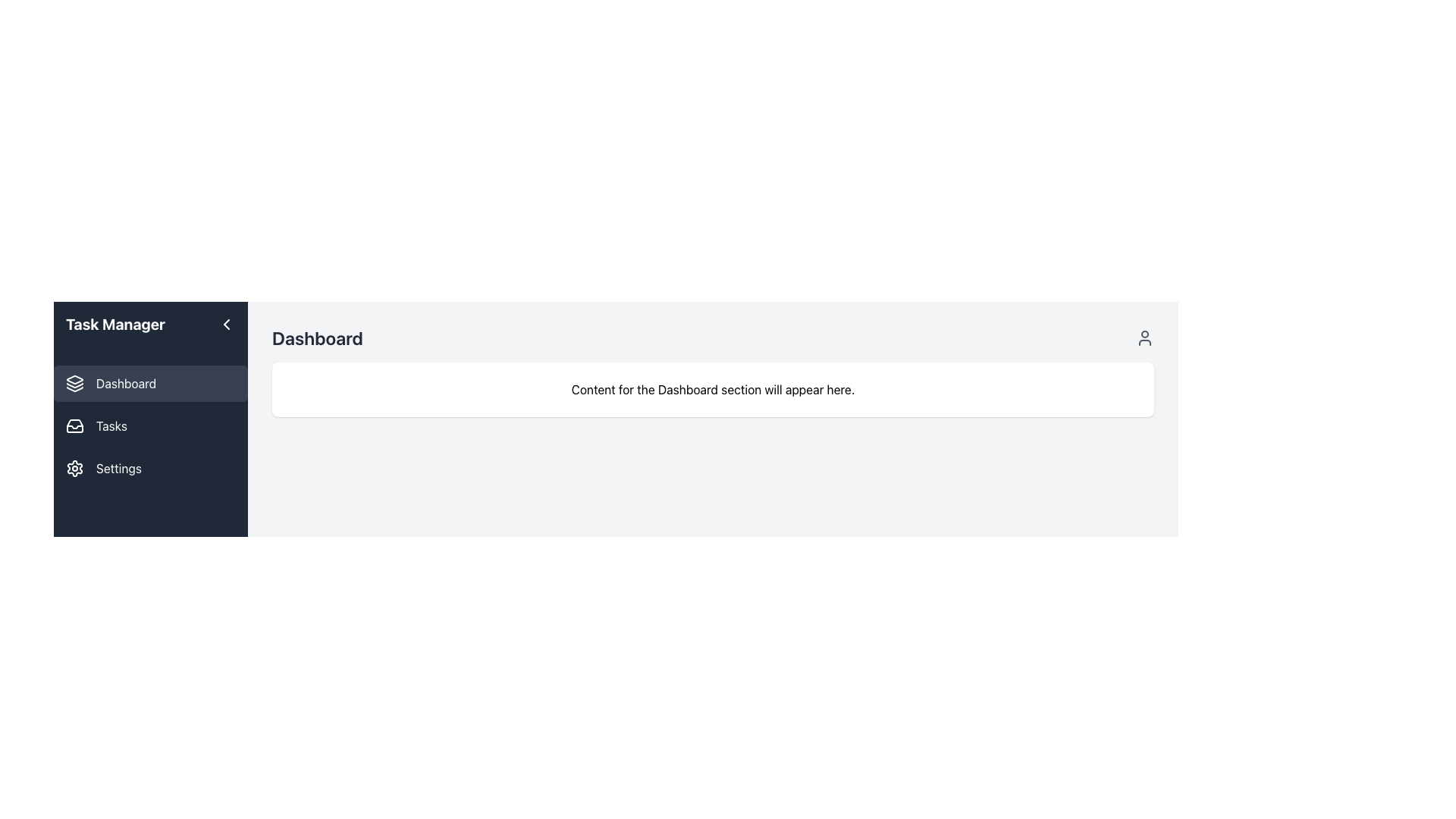  I want to click on the informative placeholder text that notifies users about the Dashboard section's content display, so click(712, 388).